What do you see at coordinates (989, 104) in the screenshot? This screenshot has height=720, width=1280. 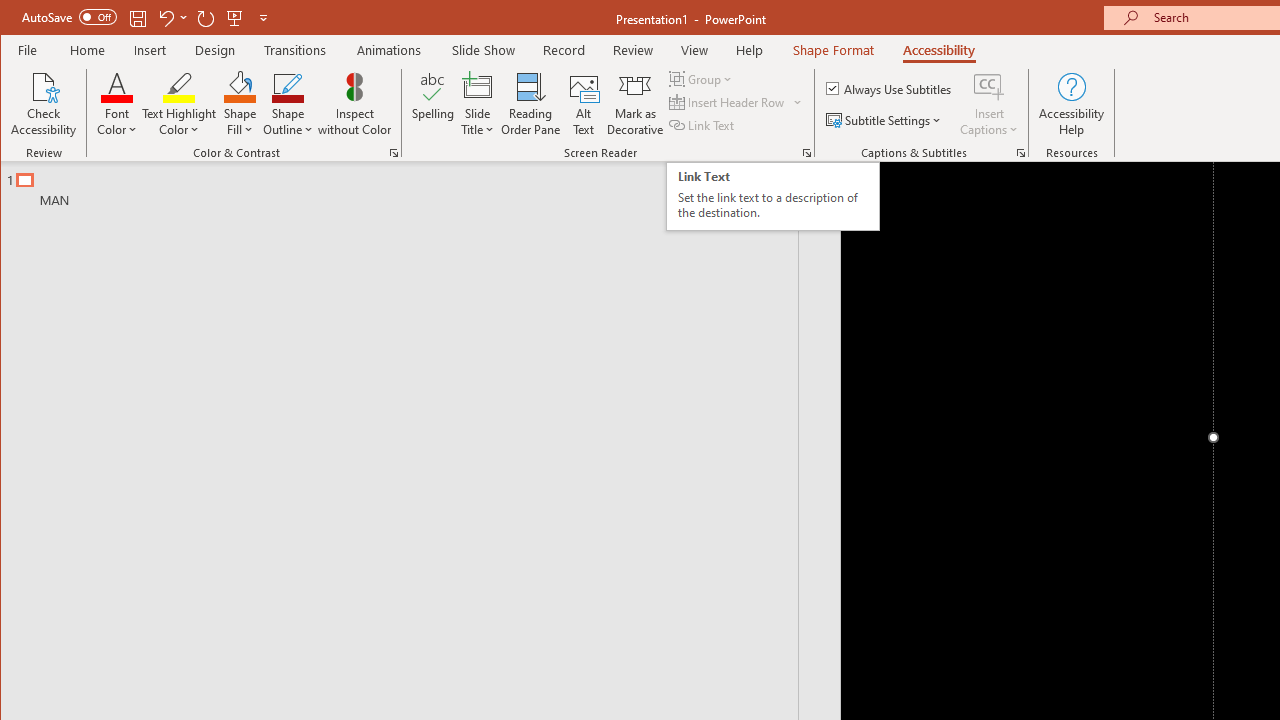 I see `'Insert Captions'` at bounding box center [989, 104].